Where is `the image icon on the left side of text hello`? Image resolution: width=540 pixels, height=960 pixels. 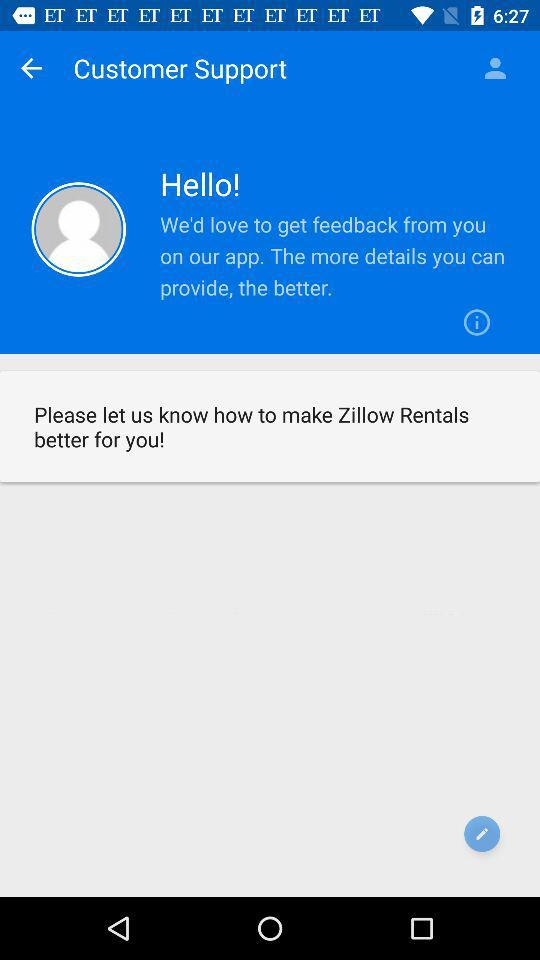
the image icon on the left side of text hello is located at coordinates (78, 229).